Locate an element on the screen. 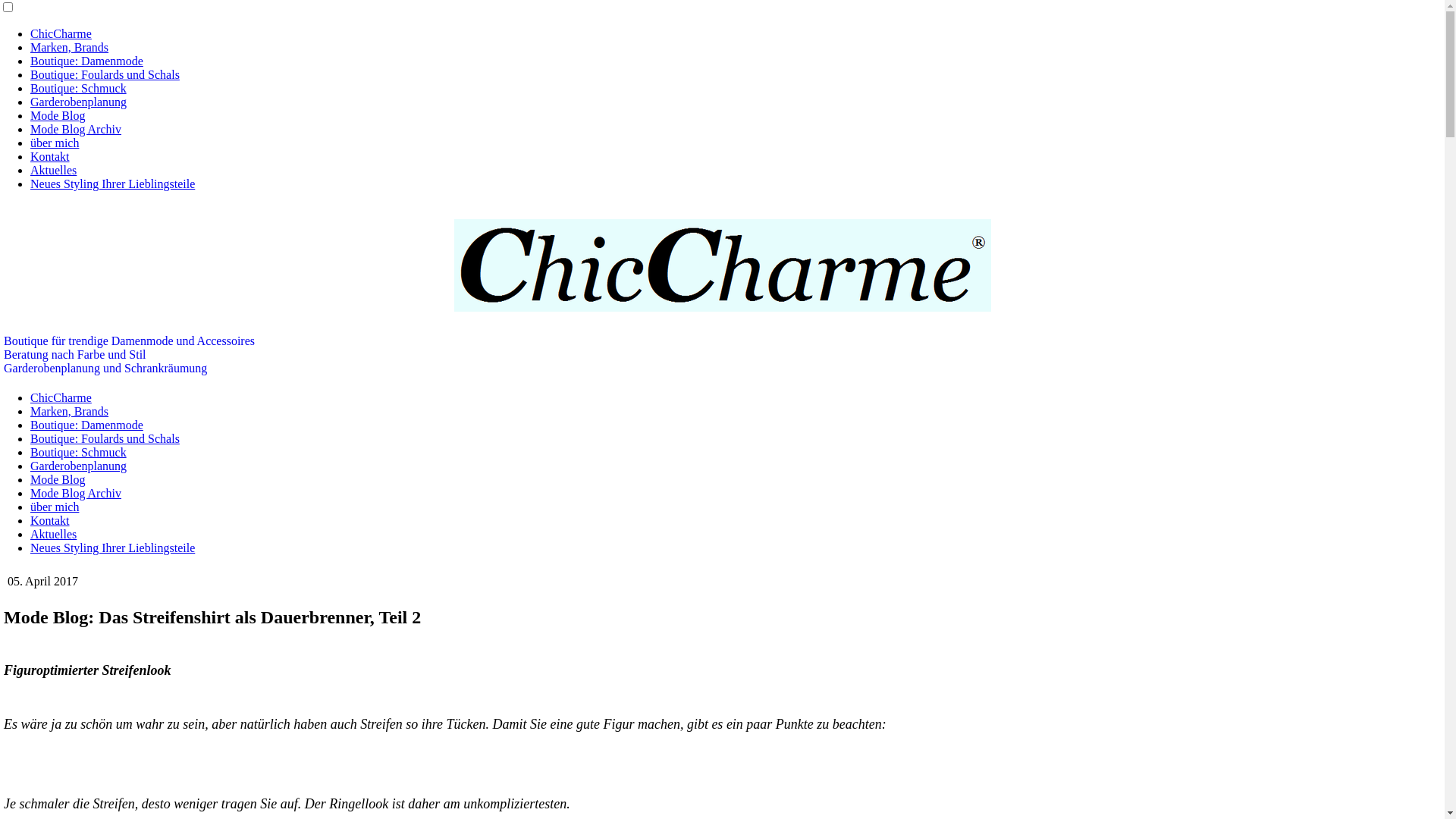 Image resolution: width=1456 pixels, height=819 pixels. 'Marken, Brands' is located at coordinates (30, 411).